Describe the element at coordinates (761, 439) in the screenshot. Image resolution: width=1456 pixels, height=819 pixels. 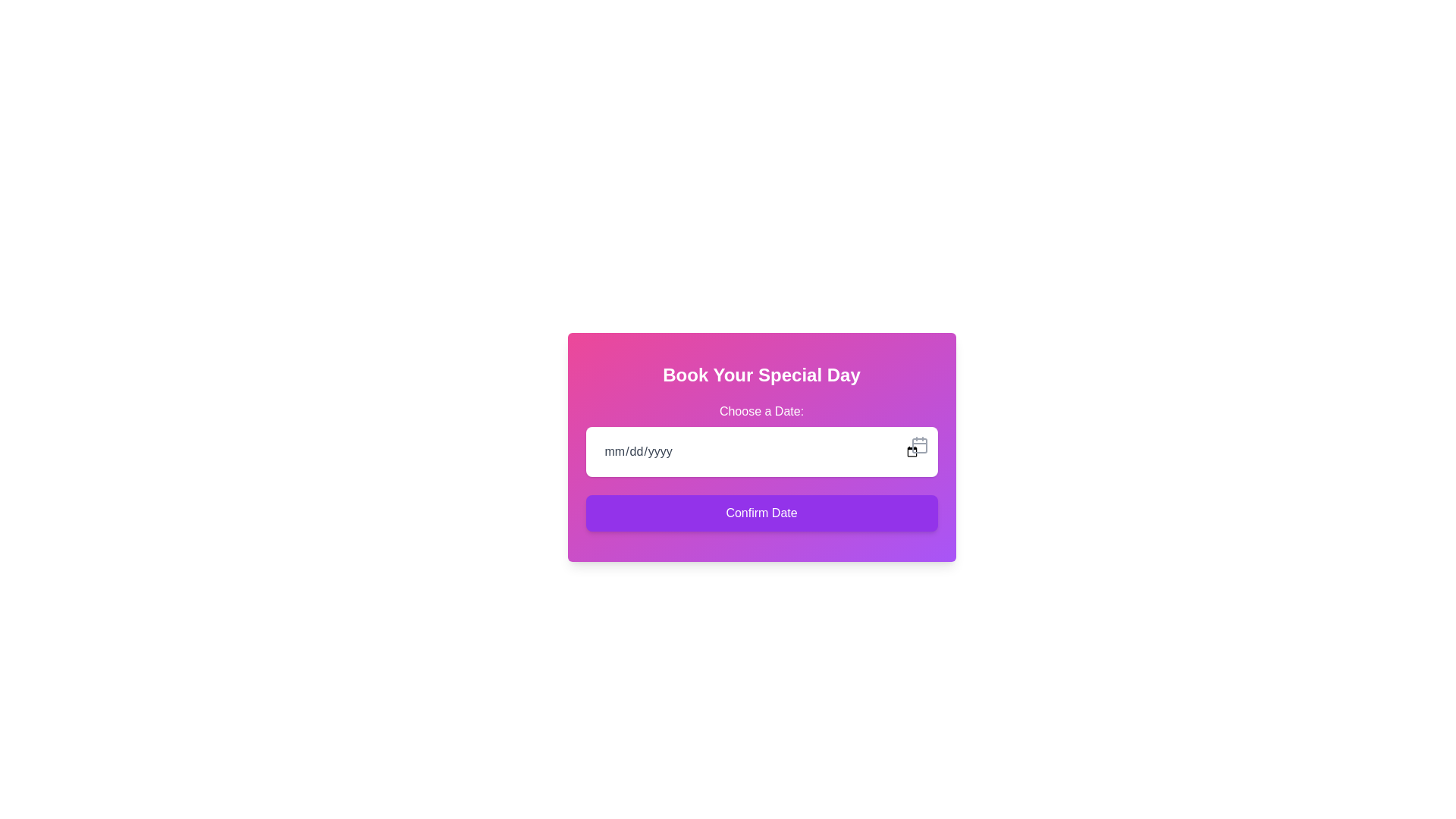
I see `the input field of the Date Picker Section located below 'Book Your Special Day' and above the 'Confirm Date' button to activate it` at that location.